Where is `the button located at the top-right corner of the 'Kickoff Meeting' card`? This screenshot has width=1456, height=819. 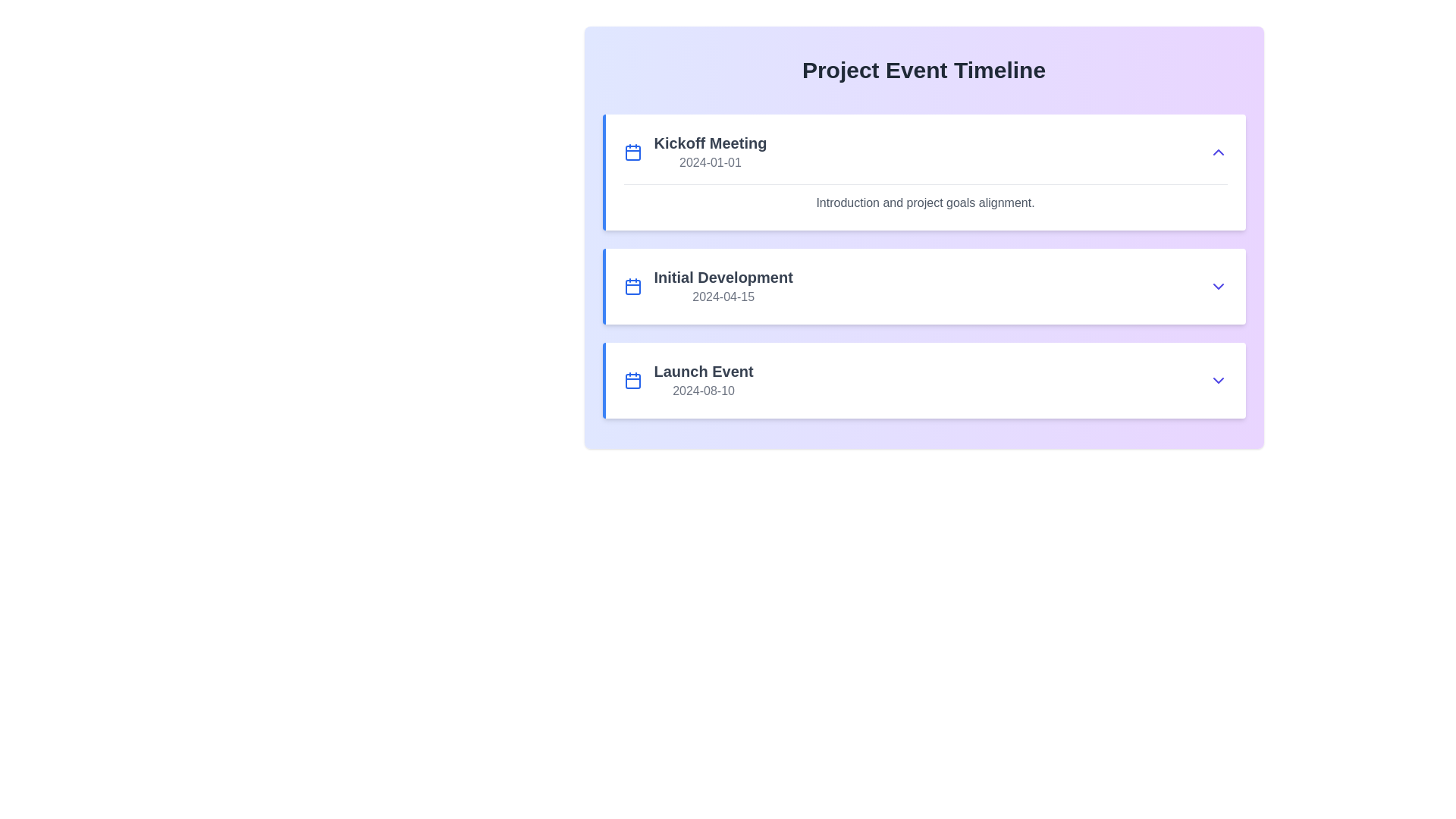
the button located at the top-right corner of the 'Kickoff Meeting' card is located at coordinates (1218, 152).